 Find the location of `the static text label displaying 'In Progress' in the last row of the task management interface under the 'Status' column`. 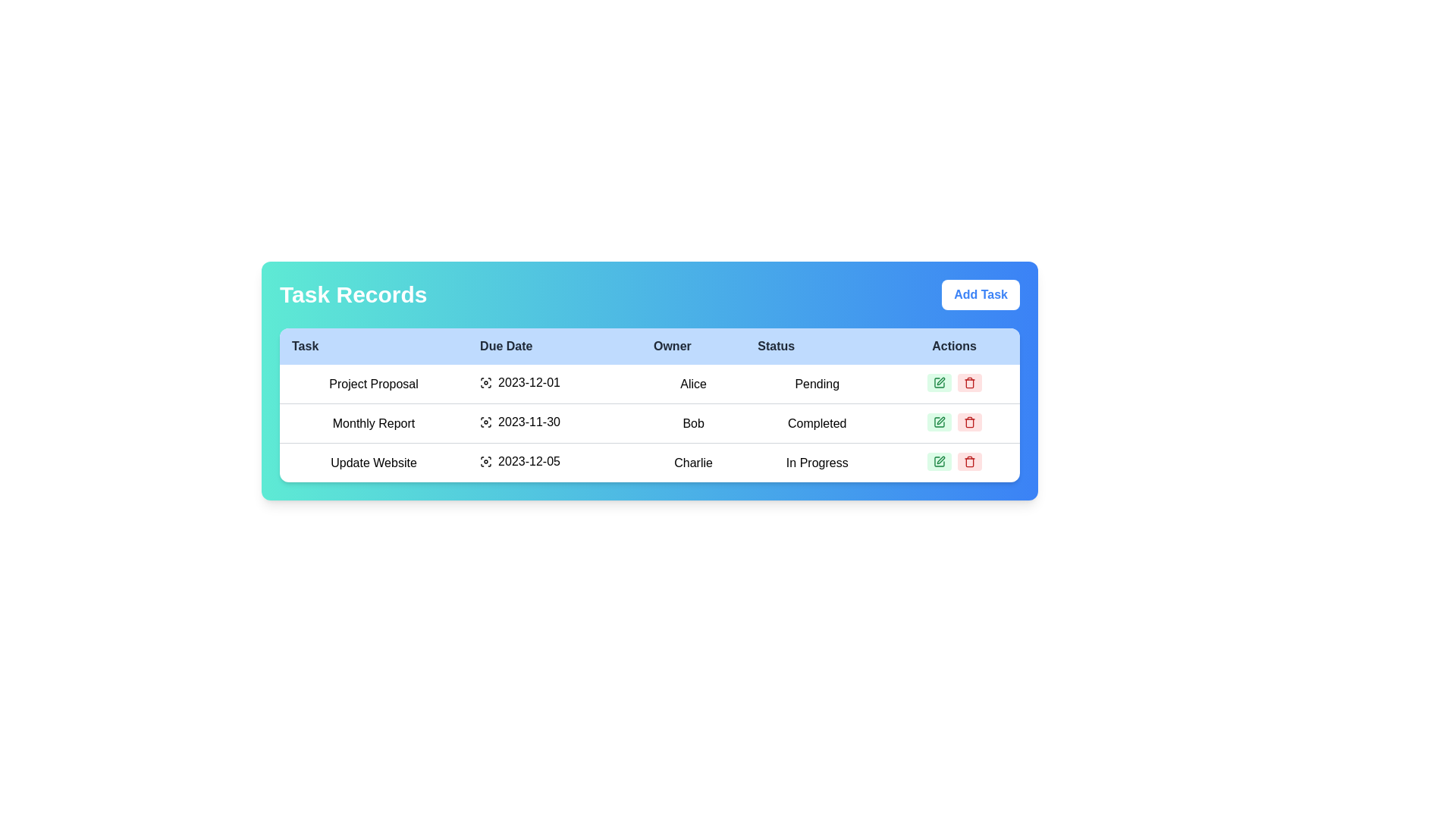

the static text label displaying 'In Progress' in the last row of the task management interface under the 'Status' column is located at coordinates (816, 462).